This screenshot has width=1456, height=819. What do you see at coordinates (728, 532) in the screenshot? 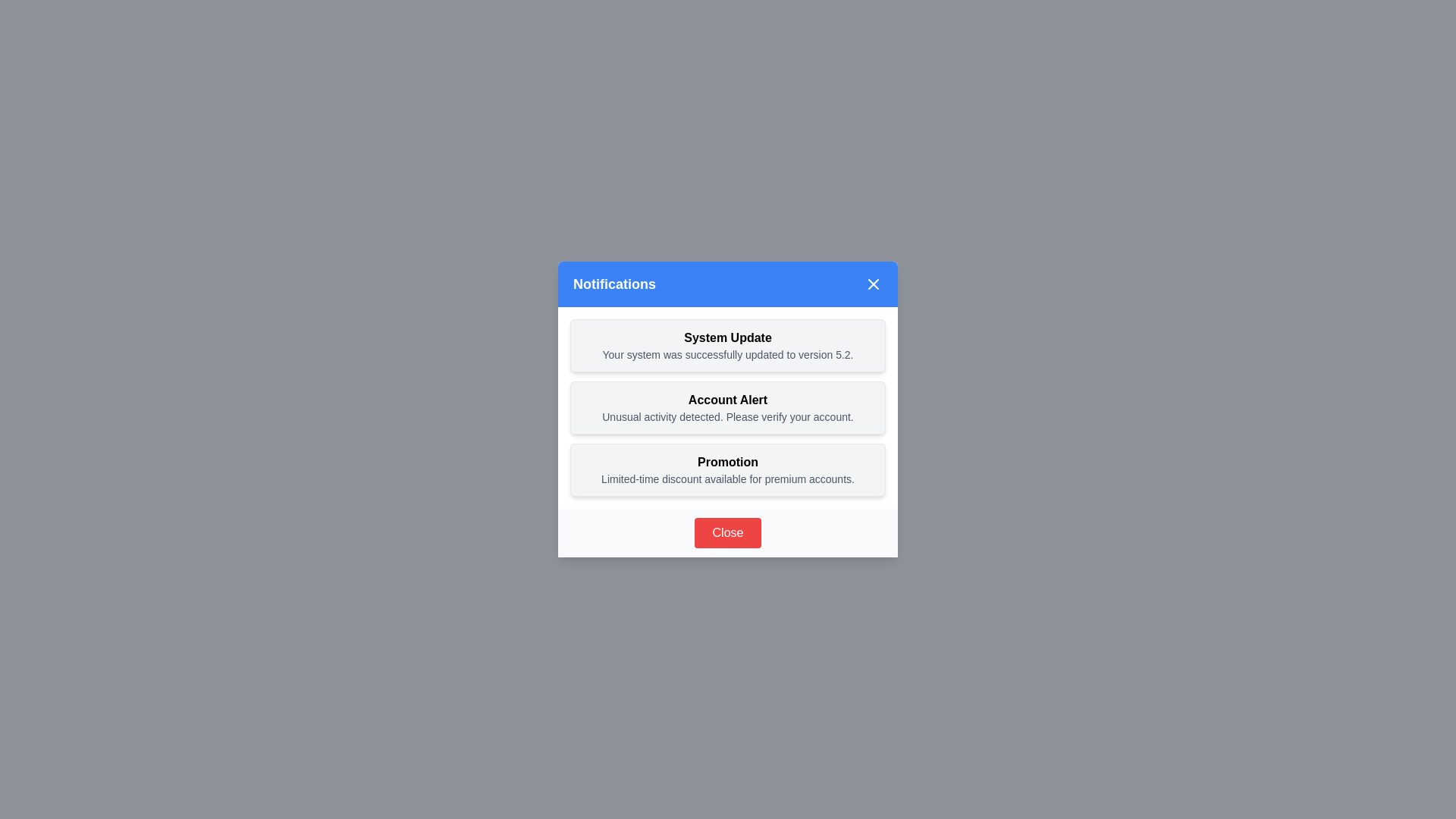
I see `the red 'Close' button with white text at the bottom of the 'Notifications' modal` at bounding box center [728, 532].